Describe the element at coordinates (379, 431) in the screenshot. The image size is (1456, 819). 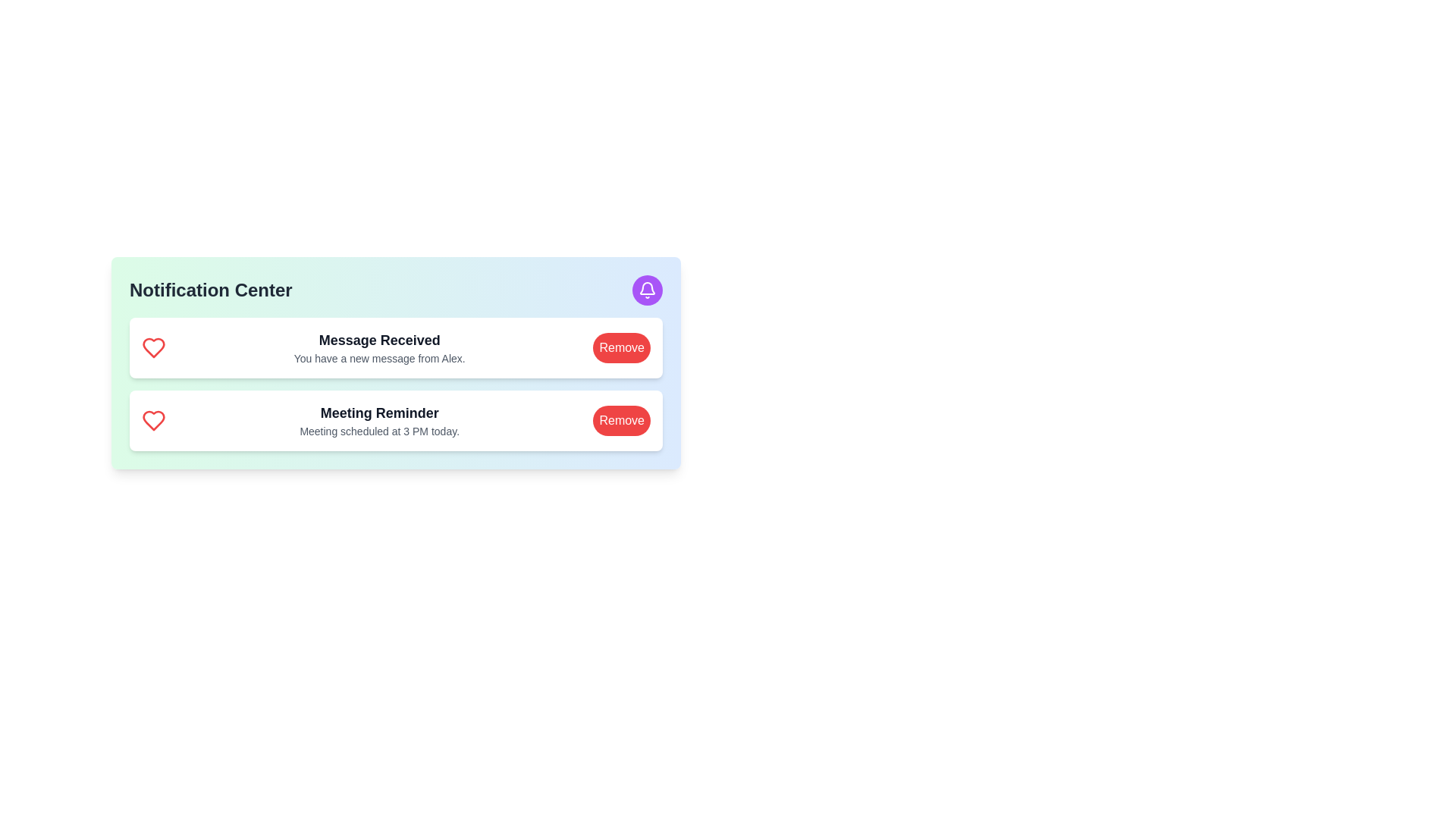
I see `the text label displaying 'Meeting scheduled at 3 PM today.' which is located below the bold text 'Meeting Reminder' in the notification` at that location.